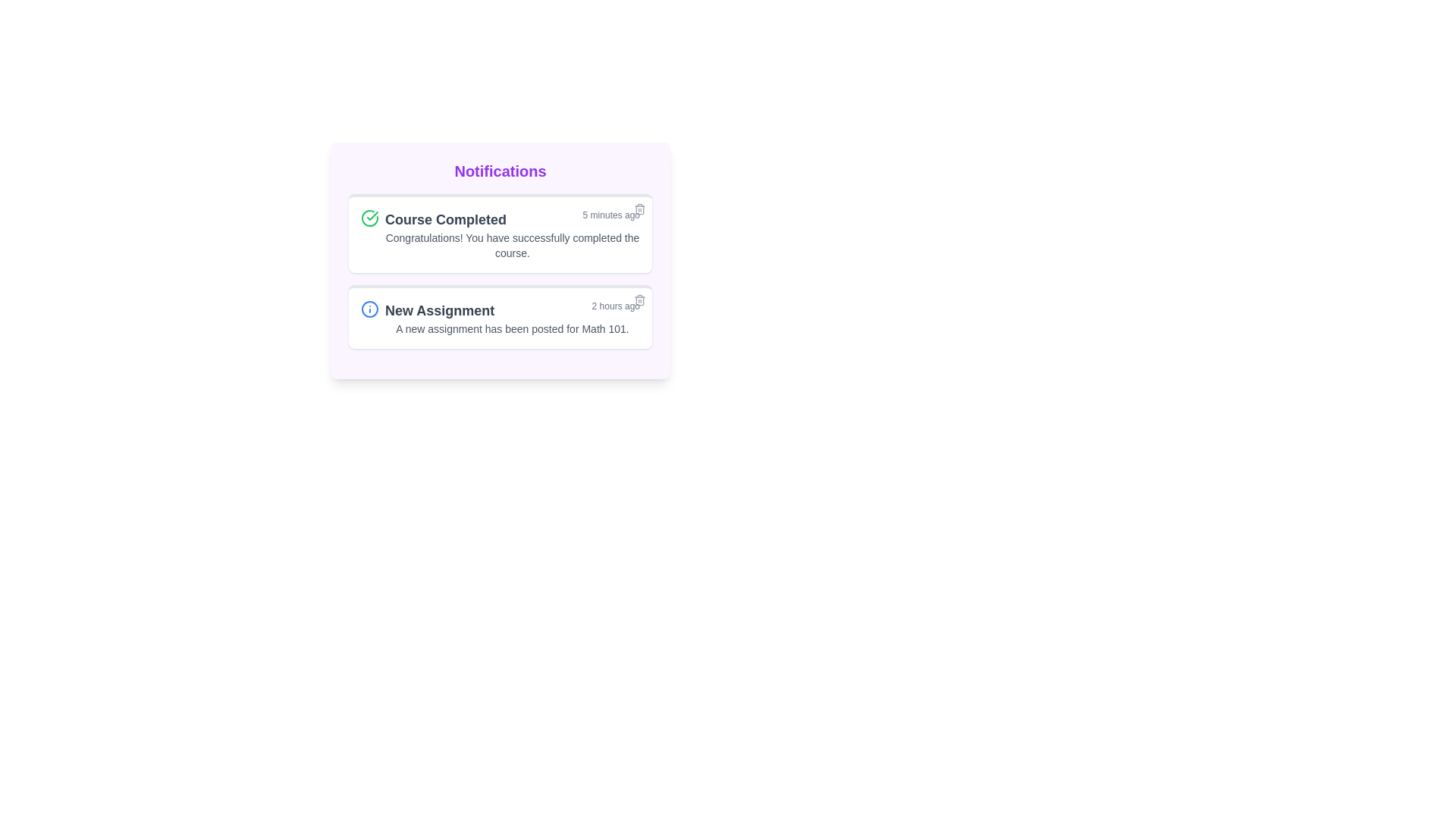 Image resolution: width=1456 pixels, height=819 pixels. Describe the element at coordinates (445, 219) in the screenshot. I see `the 'Course Completed' text label, which is styled with a bold font weight, larger size, and dark gray color, located within the first notification card to the right of a green checkmark icon` at that location.